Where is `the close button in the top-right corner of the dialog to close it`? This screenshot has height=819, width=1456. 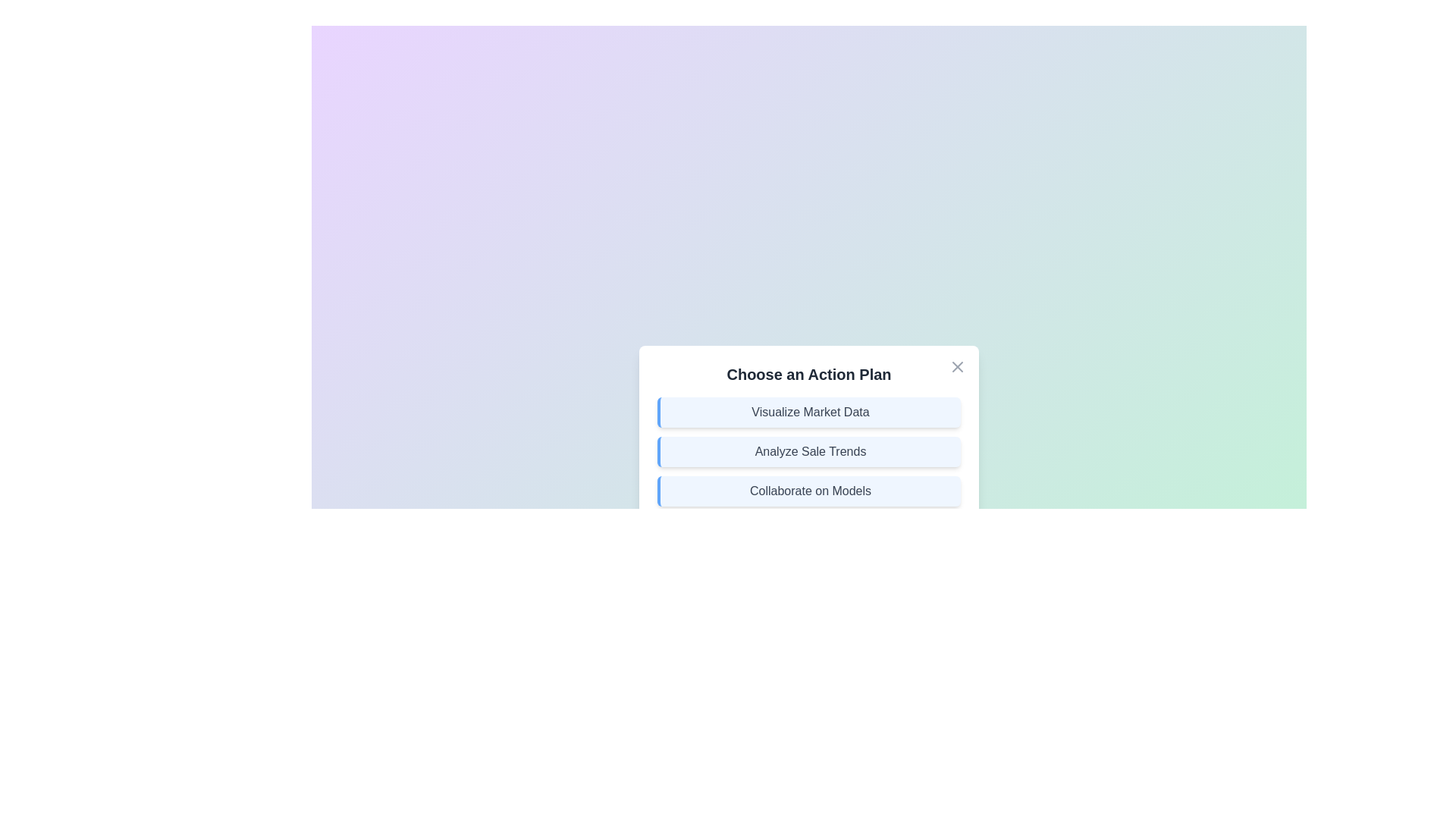
the close button in the top-right corner of the dialog to close it is located at coordinates (956, 366).